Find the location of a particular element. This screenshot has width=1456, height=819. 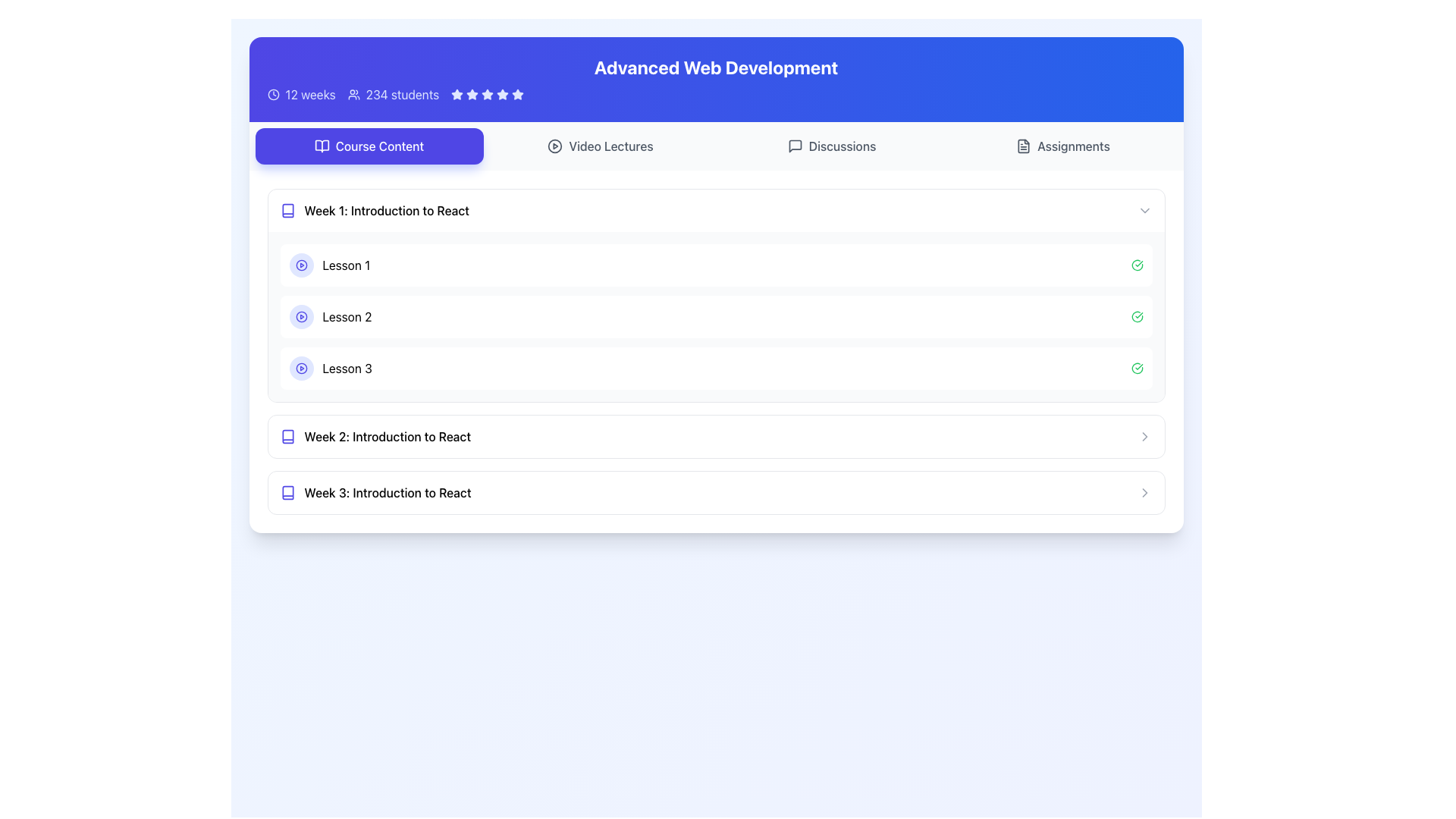

the icon representing the completion status of the associated lesson located at the right end of the bar containing the 'Lesson 3' label is located at coordinates (1137, 369).